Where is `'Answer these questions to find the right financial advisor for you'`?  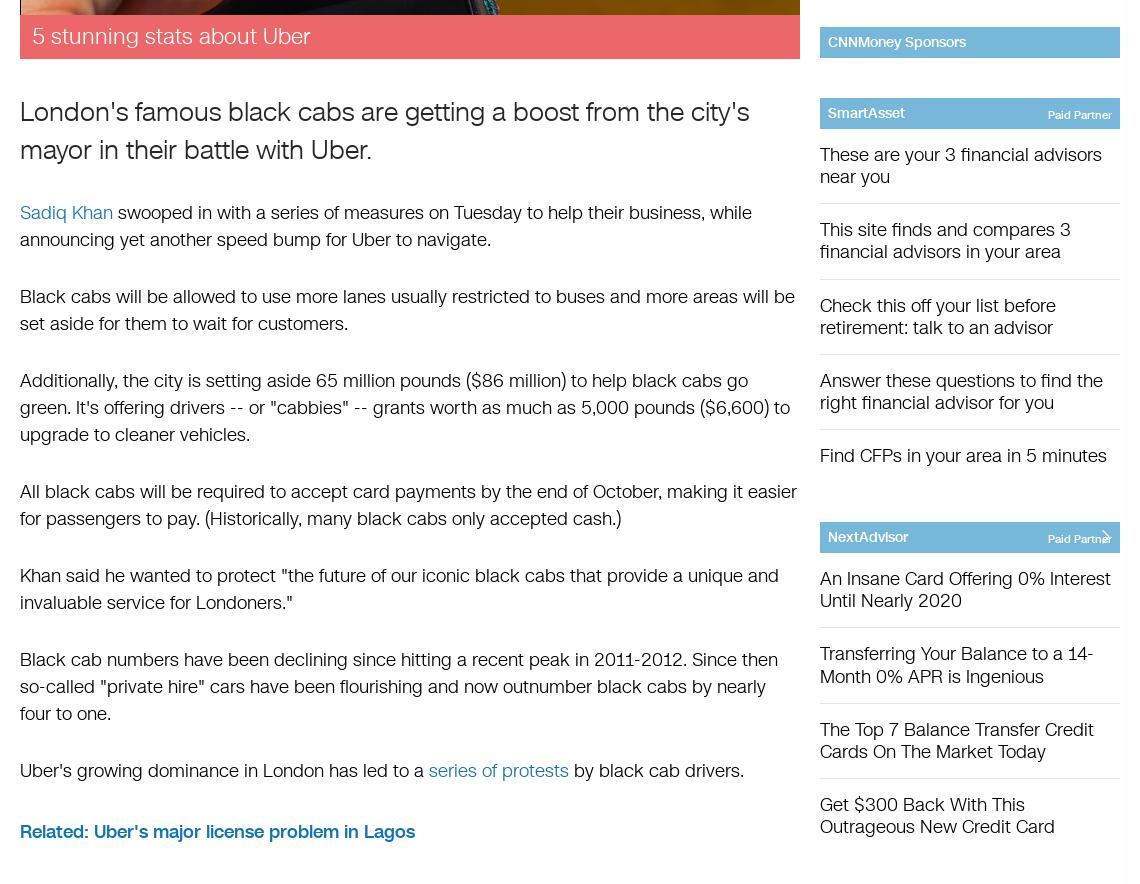 'Answer these questions to find the right financial advisor for you' is located at coordinates (819, 390).